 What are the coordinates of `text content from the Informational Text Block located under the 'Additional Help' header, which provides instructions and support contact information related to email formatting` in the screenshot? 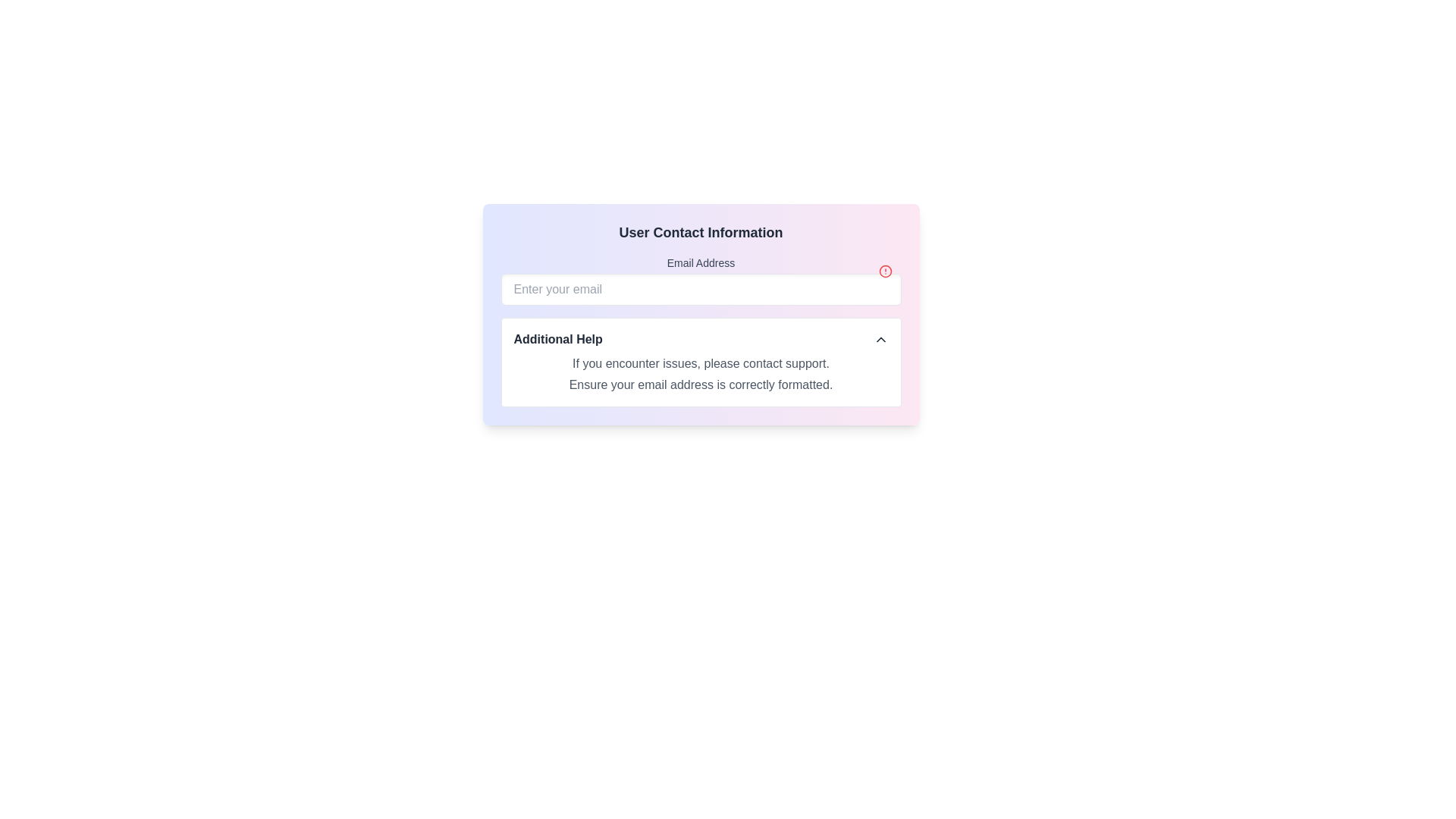 It's located at (700, 374).